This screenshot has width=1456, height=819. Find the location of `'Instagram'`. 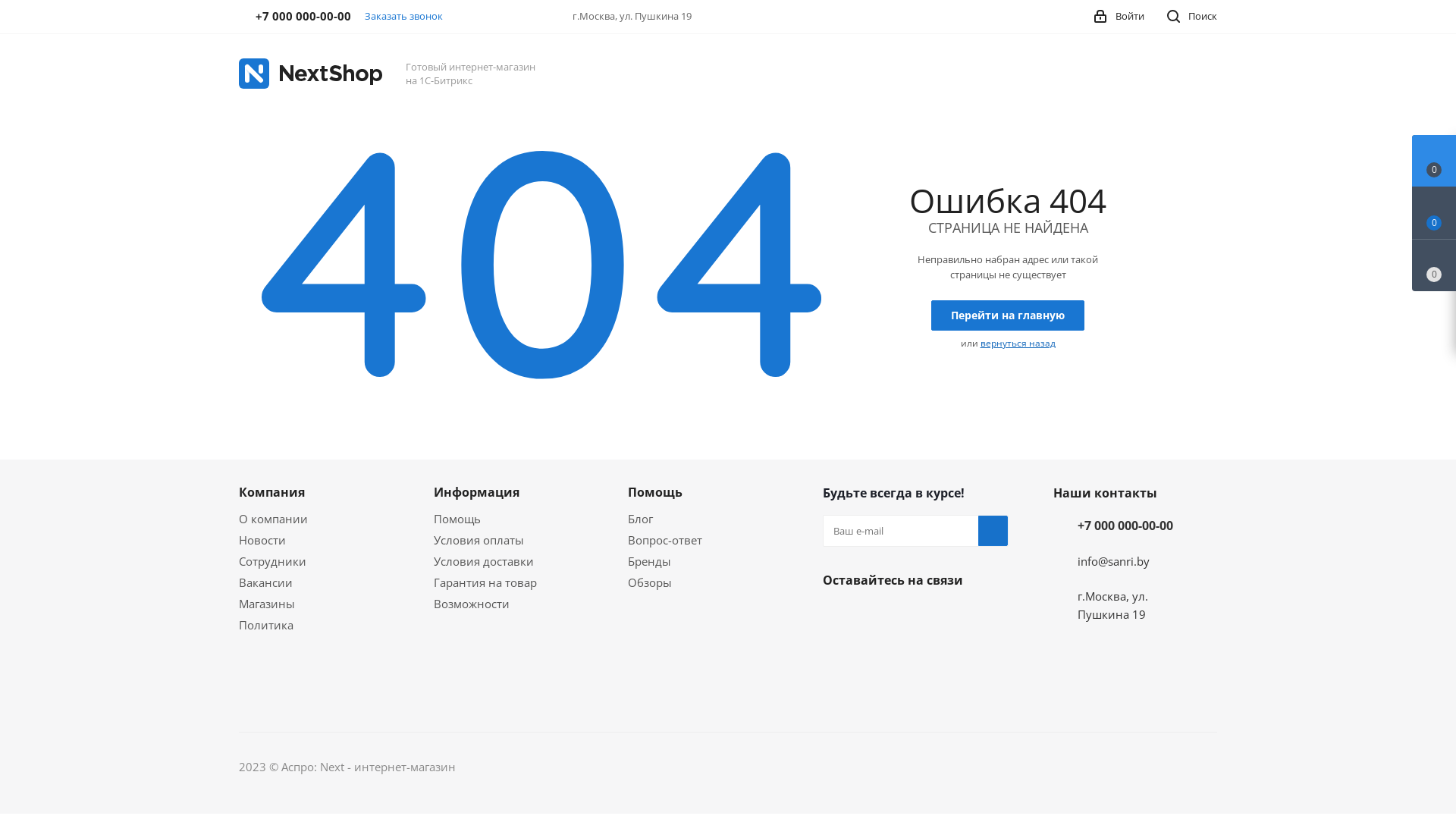

'Instagram' is located at coordinates (950, 616).